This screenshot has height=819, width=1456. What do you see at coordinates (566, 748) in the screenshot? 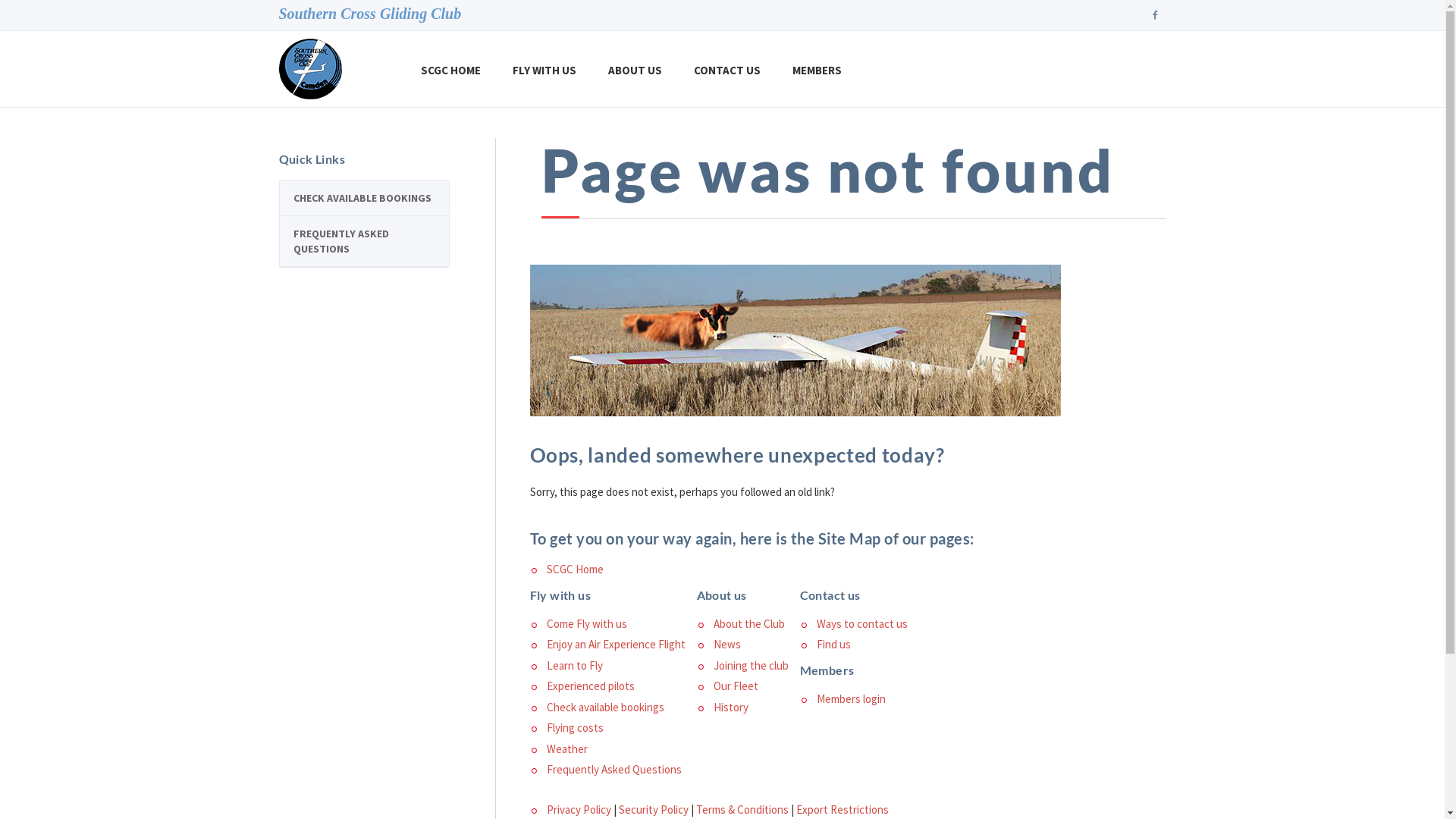
I see `'Weather'` at bounding box center [566, 748].